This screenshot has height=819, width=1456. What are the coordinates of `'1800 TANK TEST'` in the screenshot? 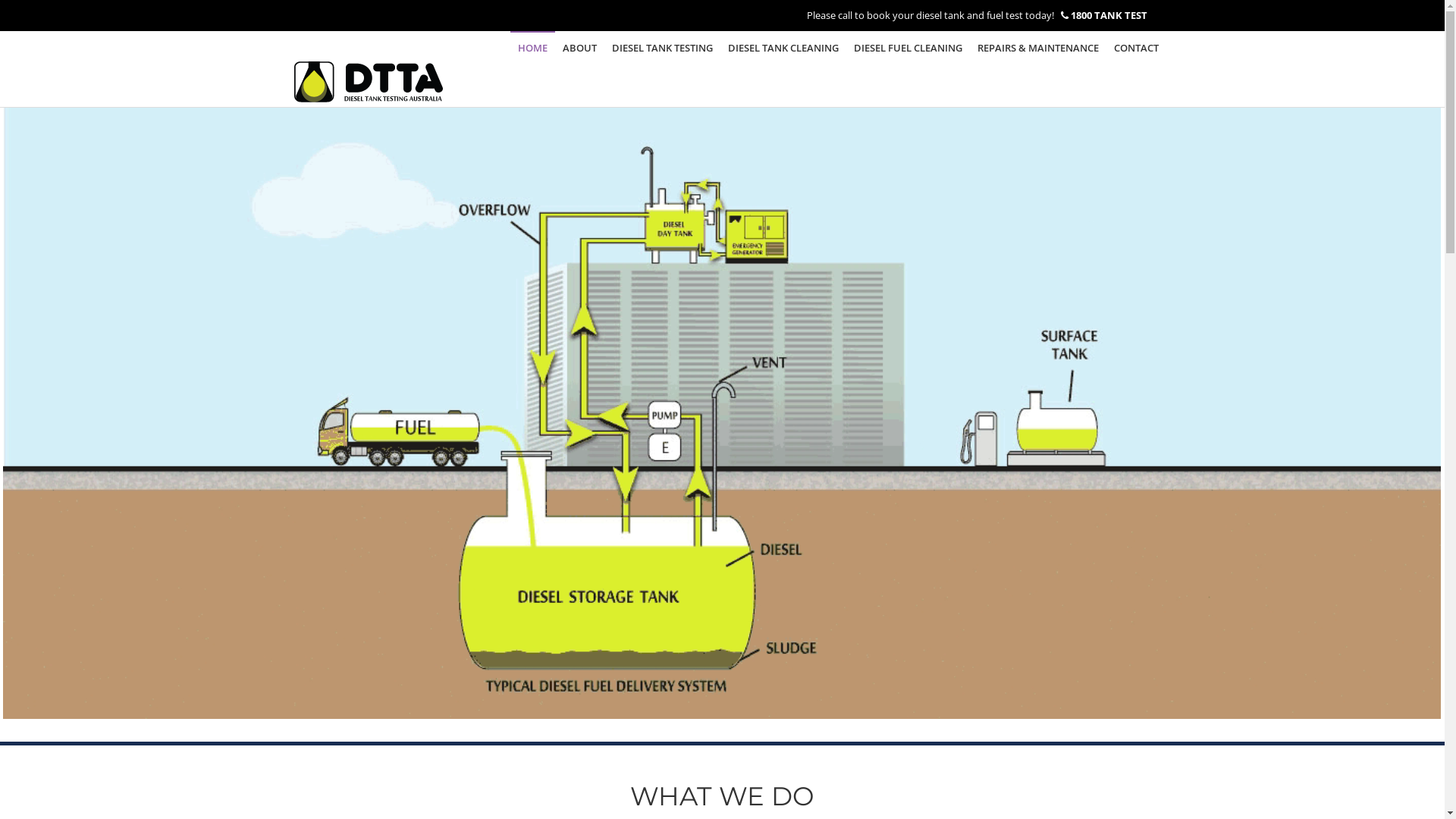 It's located at (1069, 14).